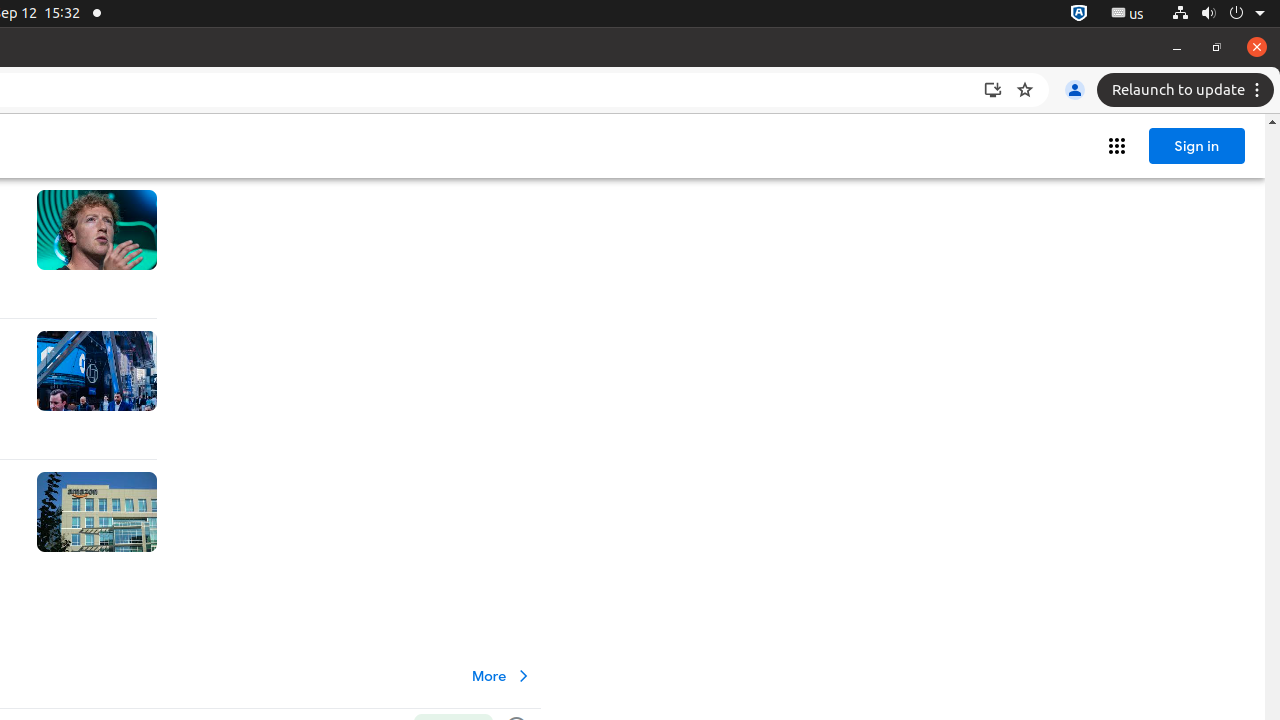 The width and height of the screenshot is (1280, 720). What do you see at coordinates (1127, 13) in the screenshot?
I see `':1.21/StatusNotifierItem'` at bounding box center [1127, 13].